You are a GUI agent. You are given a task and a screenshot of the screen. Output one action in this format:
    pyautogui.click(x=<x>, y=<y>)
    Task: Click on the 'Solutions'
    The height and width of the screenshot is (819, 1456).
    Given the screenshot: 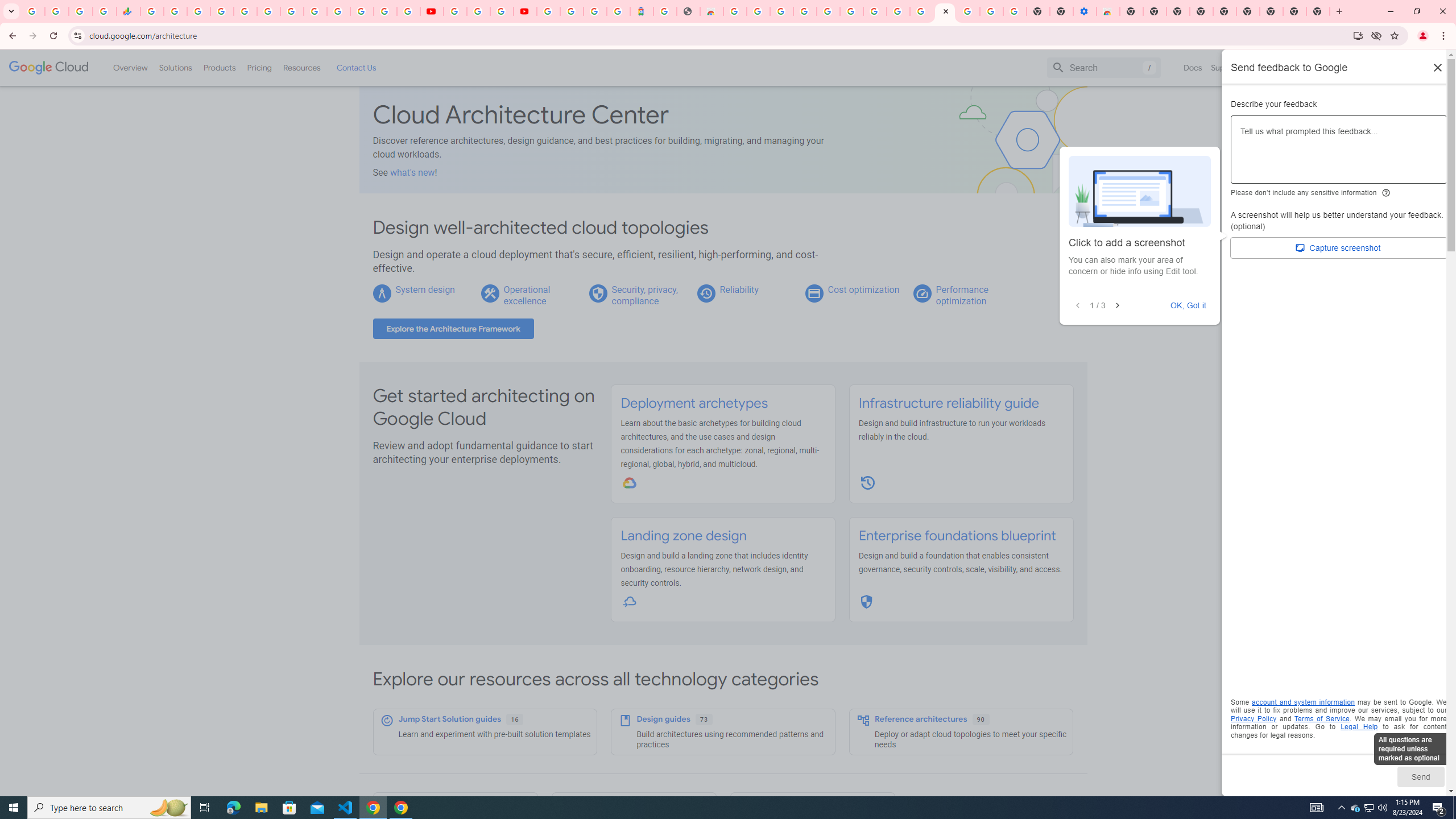 What is the action you would take?
    pyautogui.click(x=175, y=67)
    